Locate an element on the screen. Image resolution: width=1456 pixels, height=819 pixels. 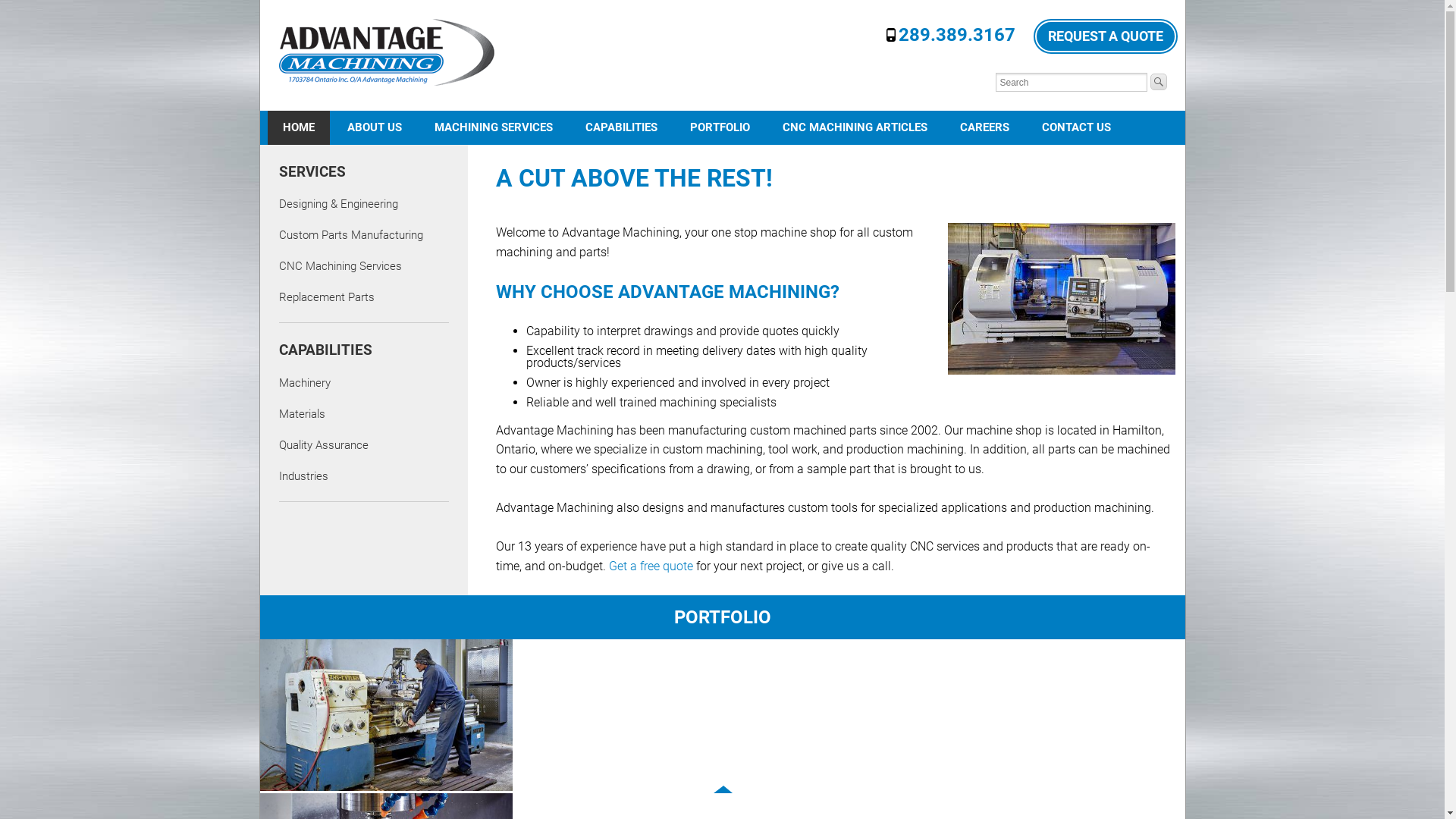
'Industries' is located at coordinates (303, 475).